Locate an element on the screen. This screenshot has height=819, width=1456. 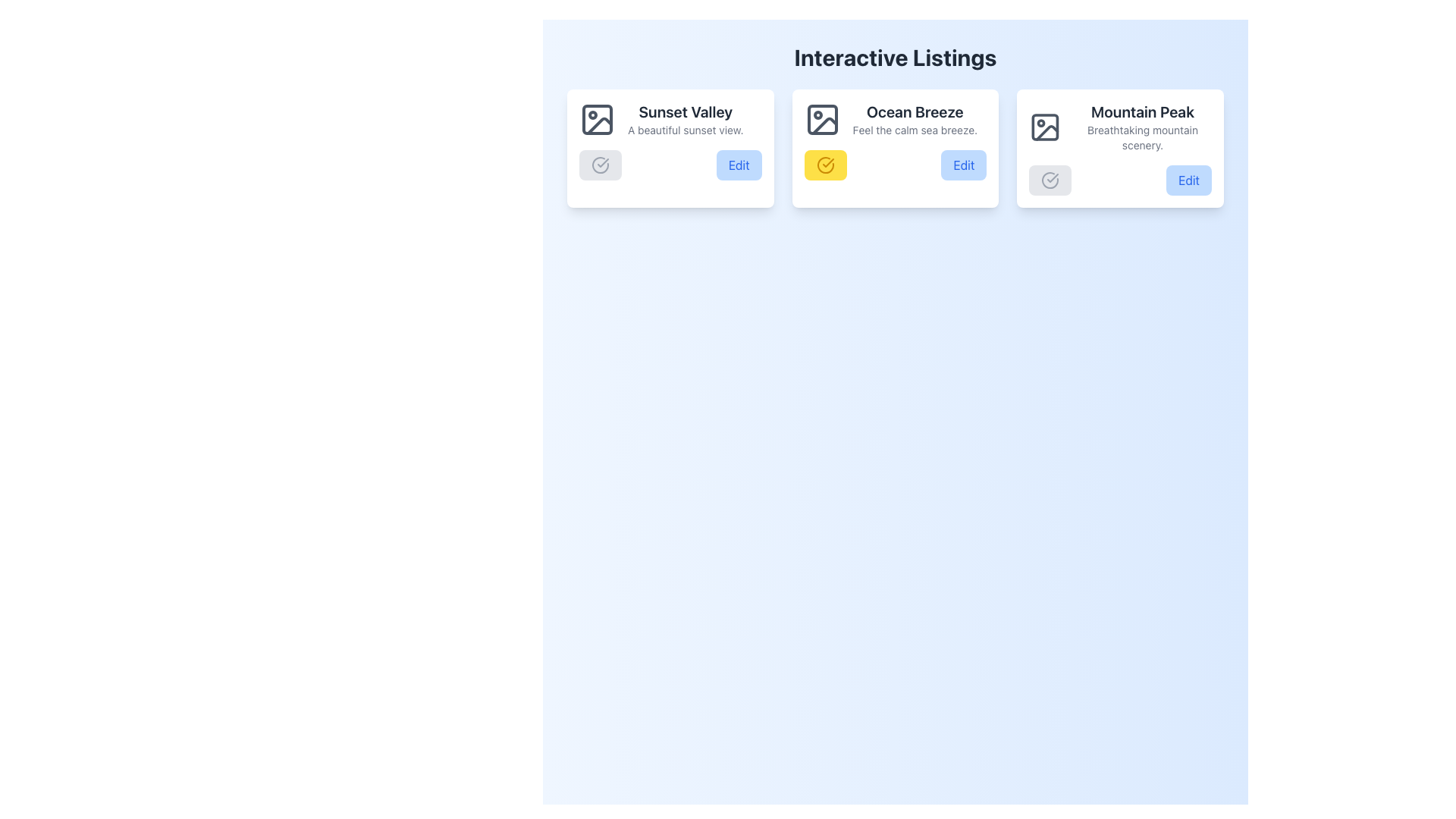
the text label that reads 'Breathtaking mountain scenery.' which is positioned below the title 'Mountain Peak' within its card is located at coordinates (1143, 137).